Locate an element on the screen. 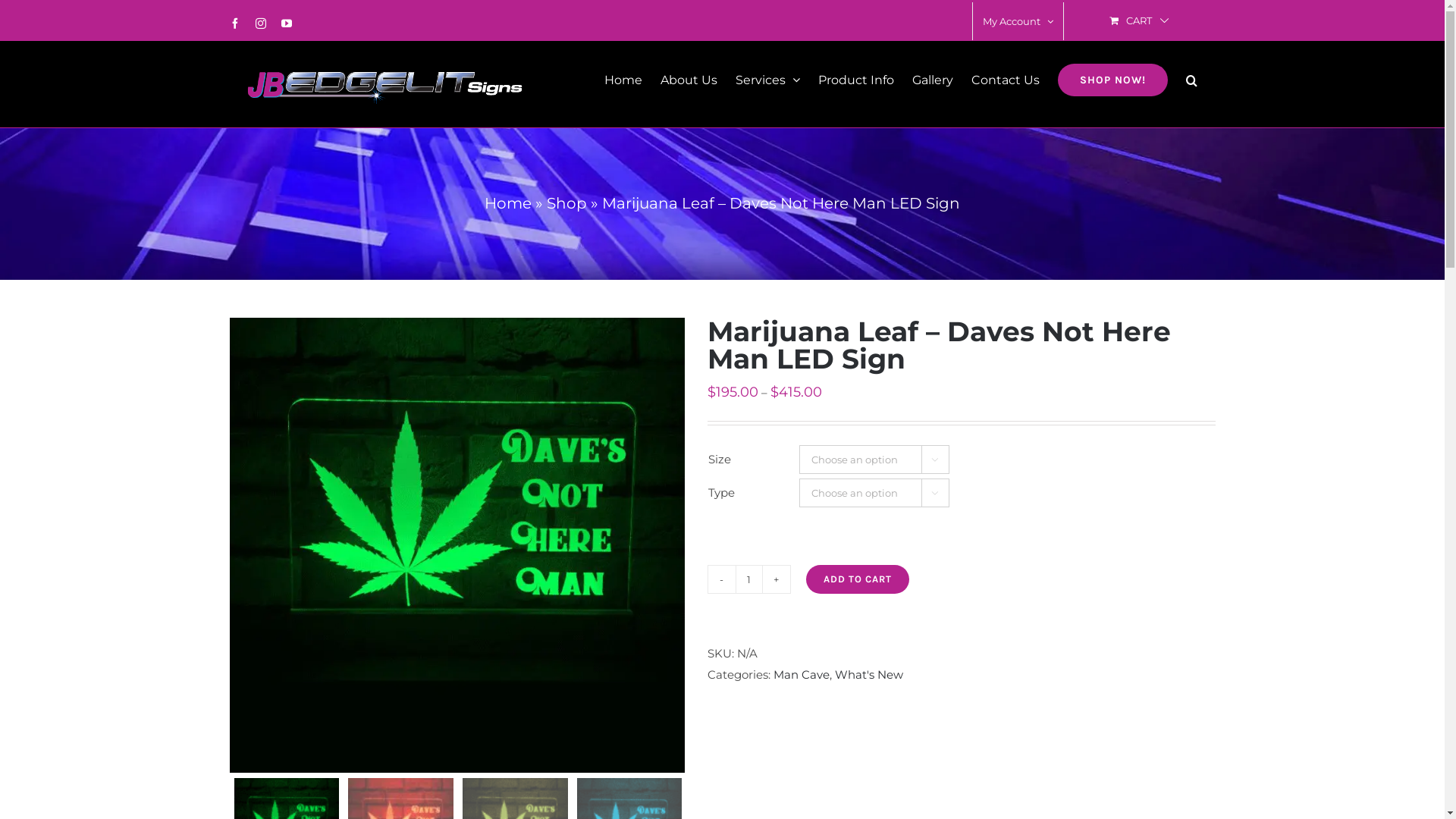  'Instagram' is located at coordinates (255, 23).